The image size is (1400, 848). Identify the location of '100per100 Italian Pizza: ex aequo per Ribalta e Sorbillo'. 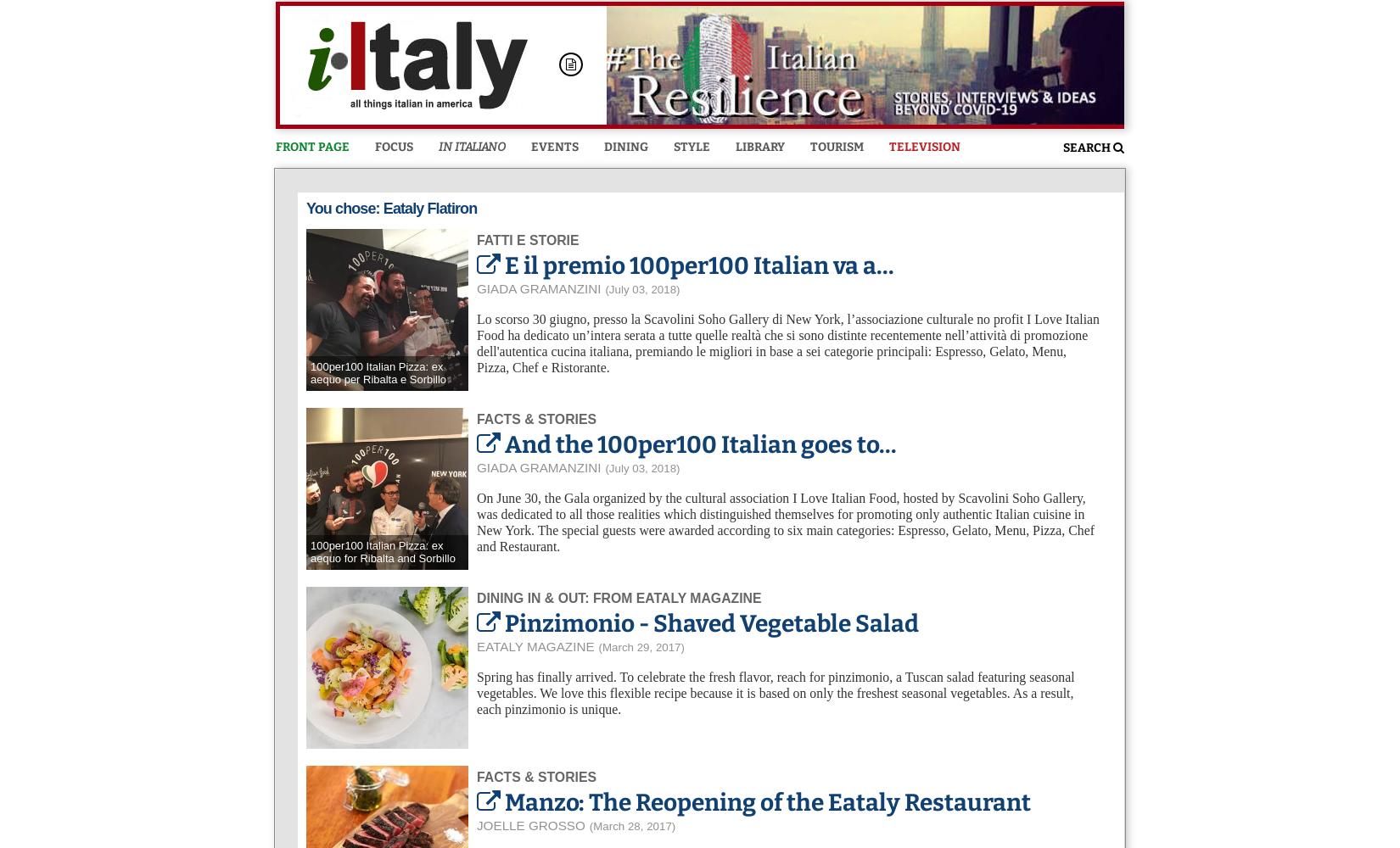
(310, 371).